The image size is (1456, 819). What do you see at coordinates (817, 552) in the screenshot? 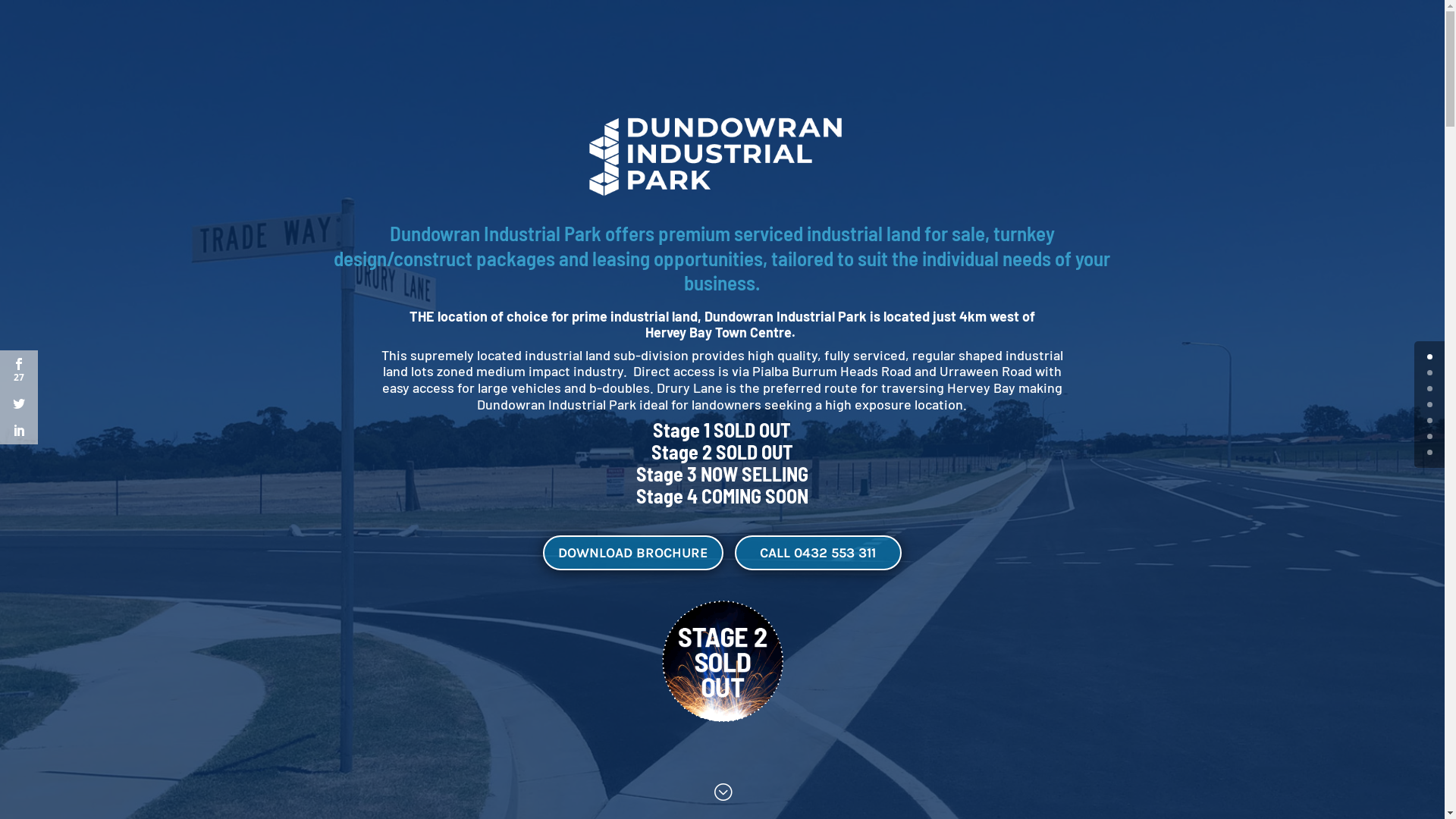
I see `'CALL 0432 553 311'` at bounding box center [817, 552].